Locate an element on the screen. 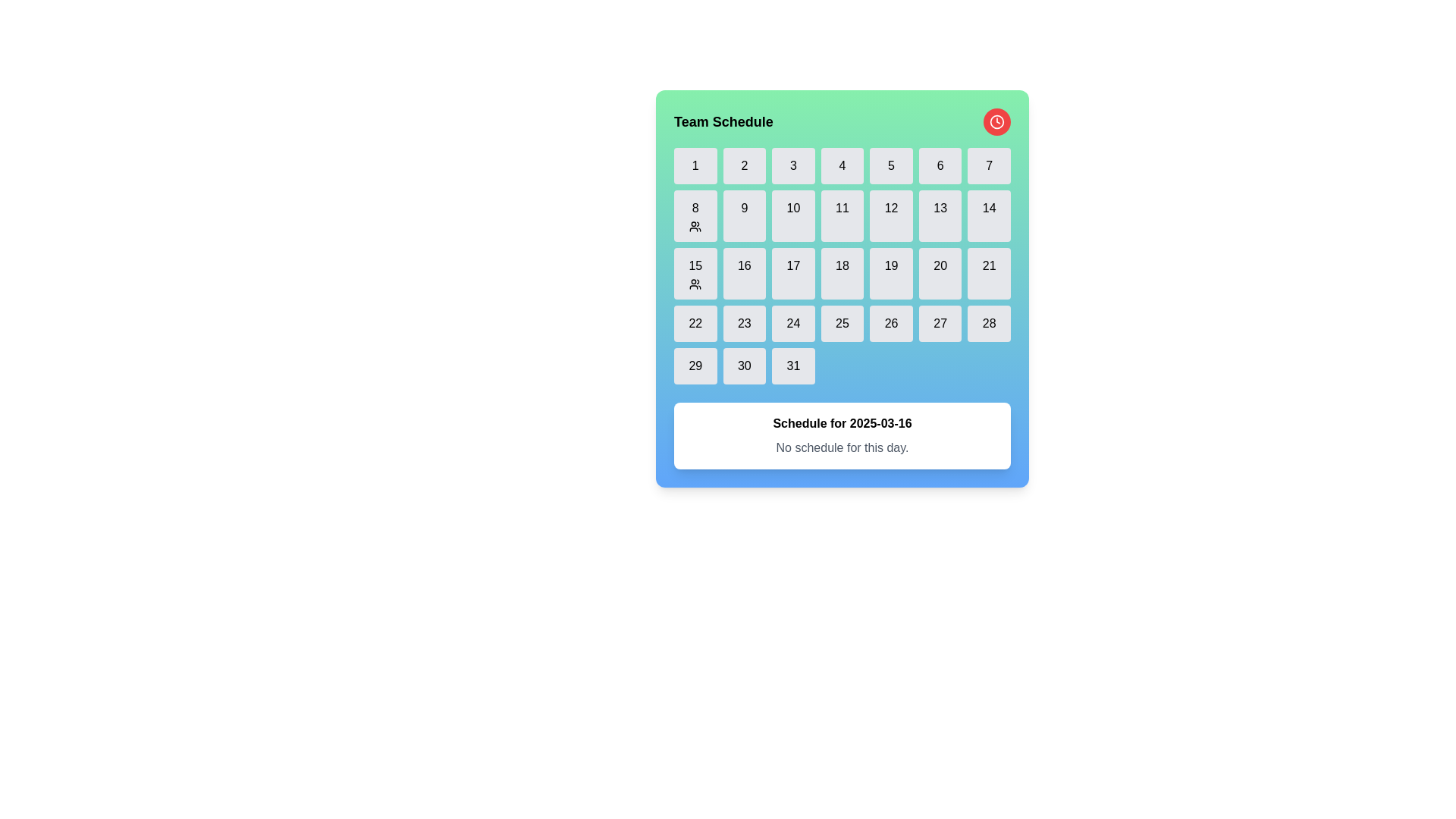 Image resolution: width=1456 pixels, height=819 pixels. the TextLabel representing the day 7 in the 'Team Schedule' calendar is located at coordinates (989, 166).